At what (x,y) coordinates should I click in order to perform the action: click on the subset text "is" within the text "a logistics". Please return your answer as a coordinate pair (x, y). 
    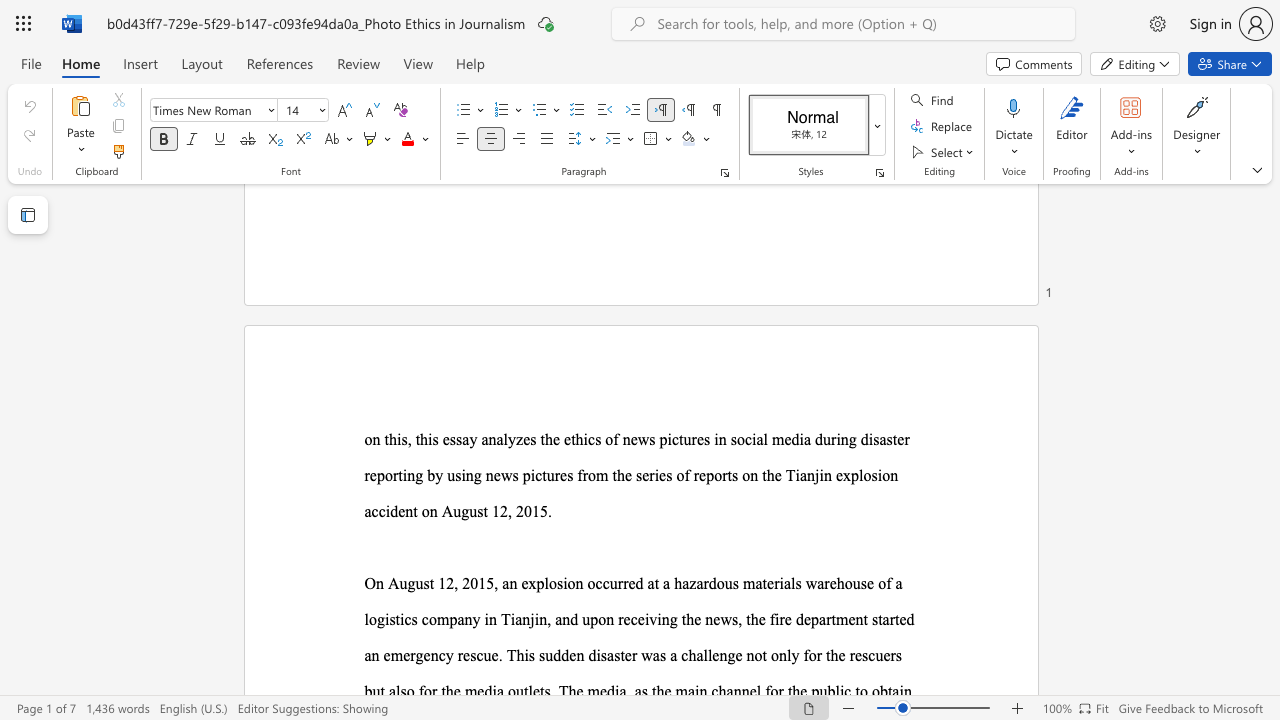
    Looking at the image, I should click on (384, 618).